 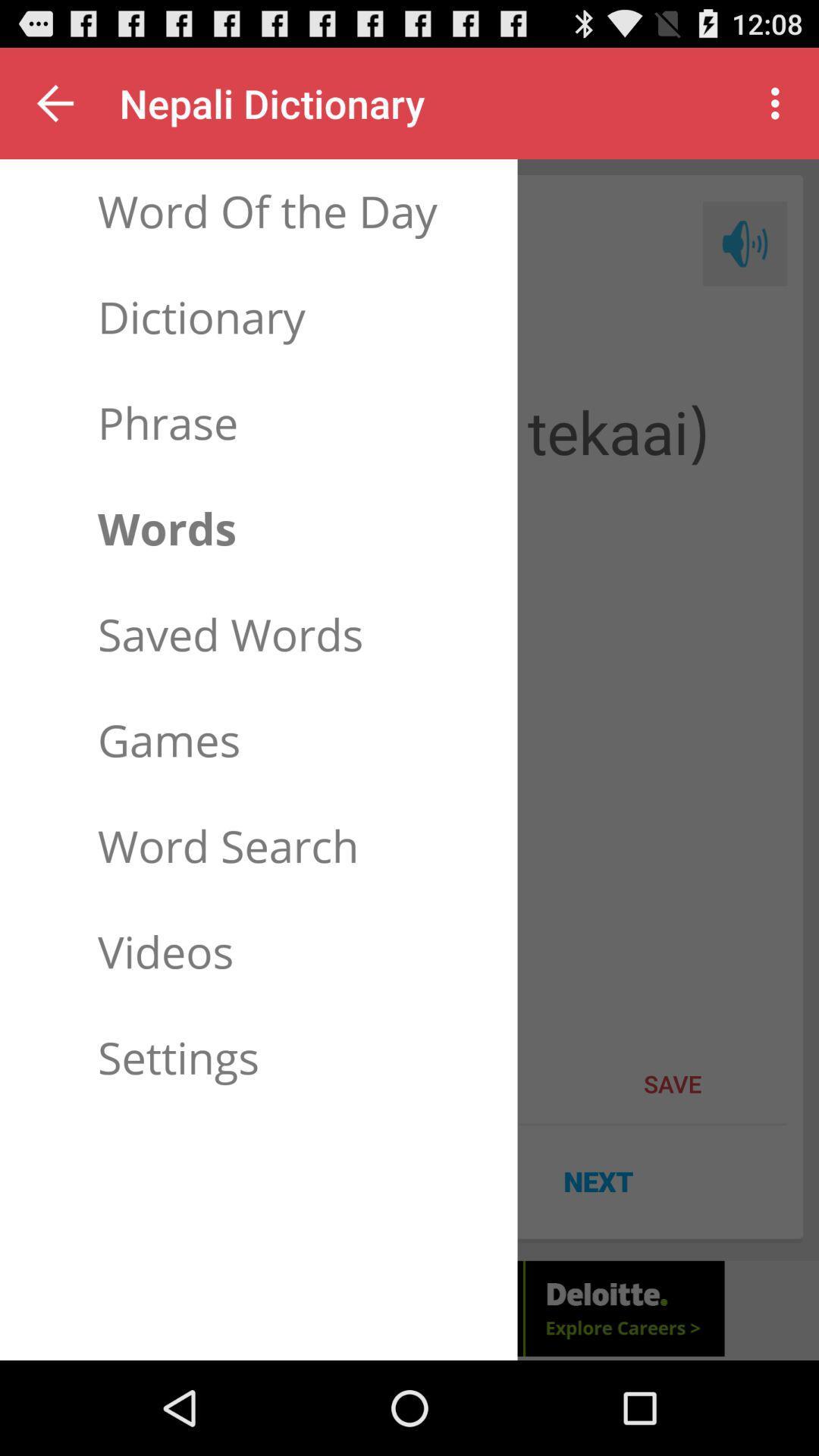 What do you see at coordinates (744, 261) in the screenshot?
I see `the volume icon` at bounding box center [744, 261].